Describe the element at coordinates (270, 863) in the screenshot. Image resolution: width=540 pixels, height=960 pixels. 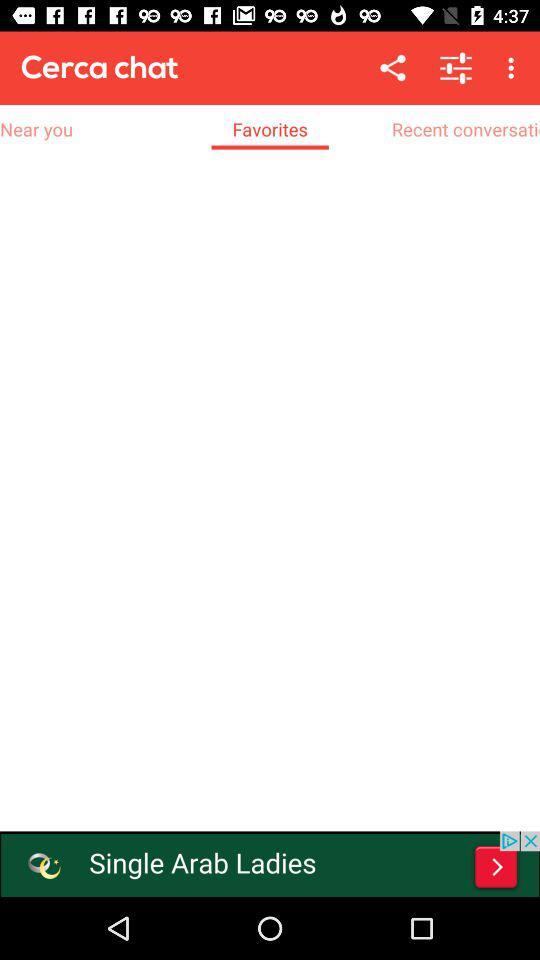
I see `advertisement` at that location.